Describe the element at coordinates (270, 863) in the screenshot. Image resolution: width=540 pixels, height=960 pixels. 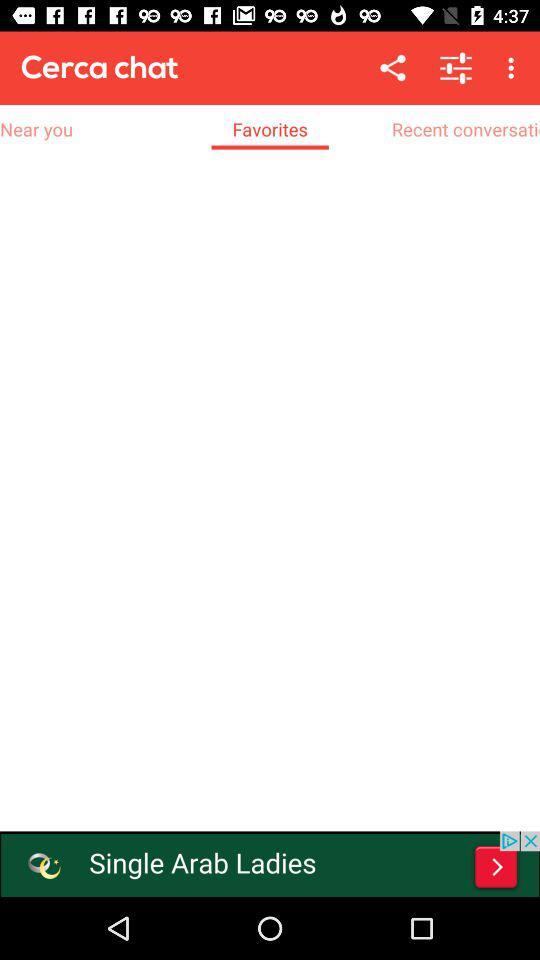
I see `advertisement` at that location.